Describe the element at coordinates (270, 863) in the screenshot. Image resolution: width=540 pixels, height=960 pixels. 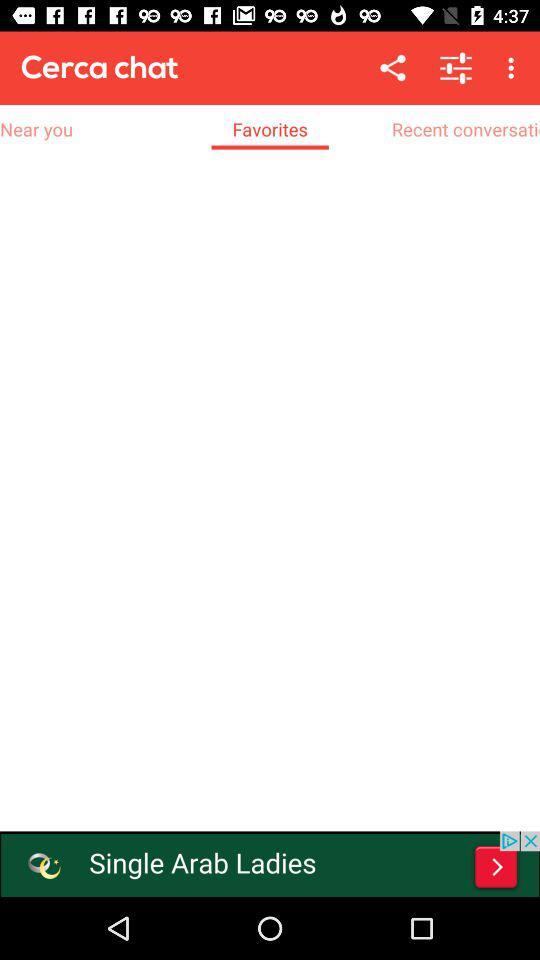
I see `advertisement` at that location.